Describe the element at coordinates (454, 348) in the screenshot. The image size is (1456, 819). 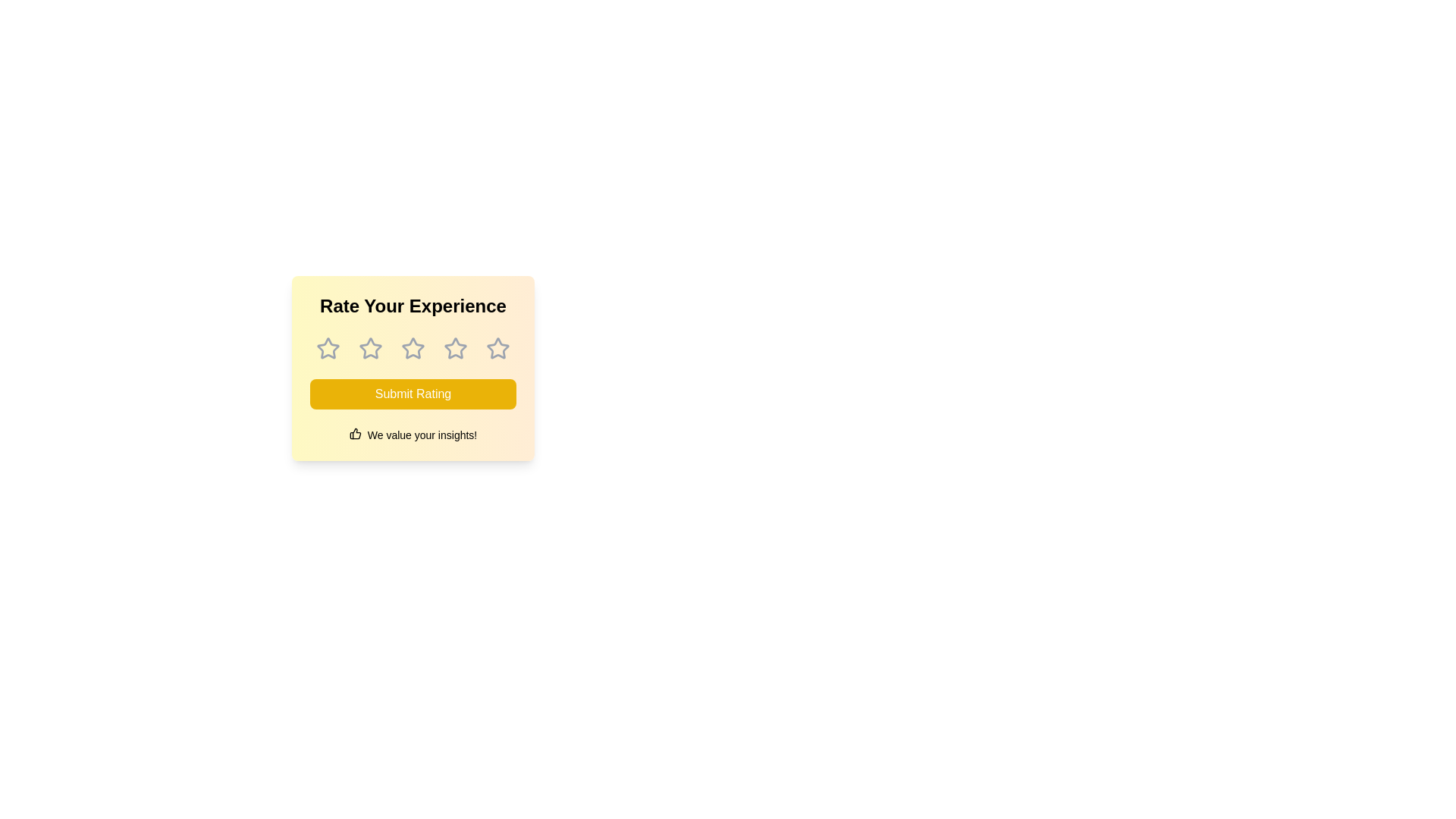
I see `the third star in the rating widget` at that location.